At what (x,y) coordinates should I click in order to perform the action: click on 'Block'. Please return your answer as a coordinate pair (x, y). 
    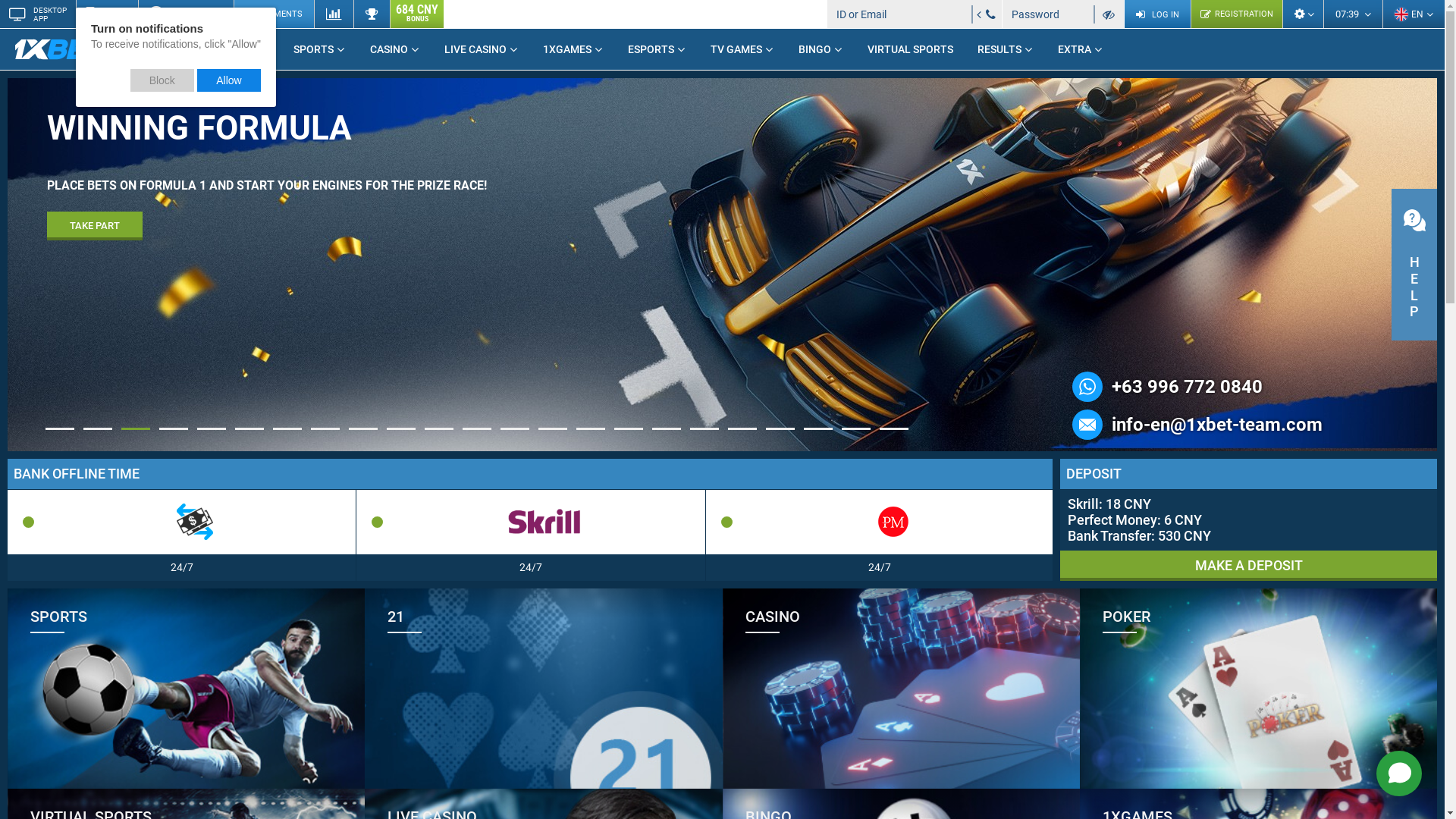
    Looking at the image, I should click on (162, 80).